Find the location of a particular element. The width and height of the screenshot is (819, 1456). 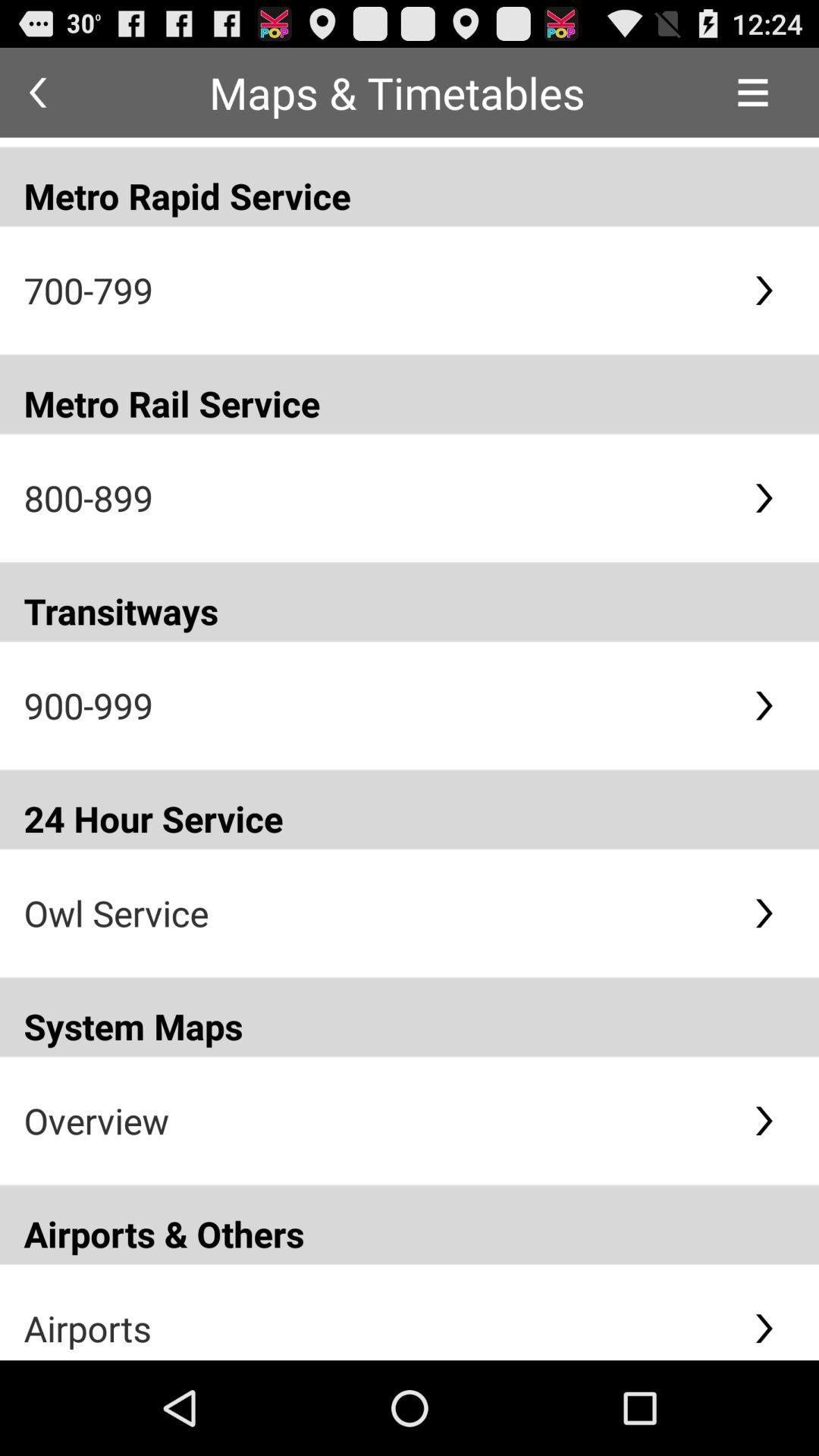

icon below metro rail service icon is located at coordinates (375, 497).